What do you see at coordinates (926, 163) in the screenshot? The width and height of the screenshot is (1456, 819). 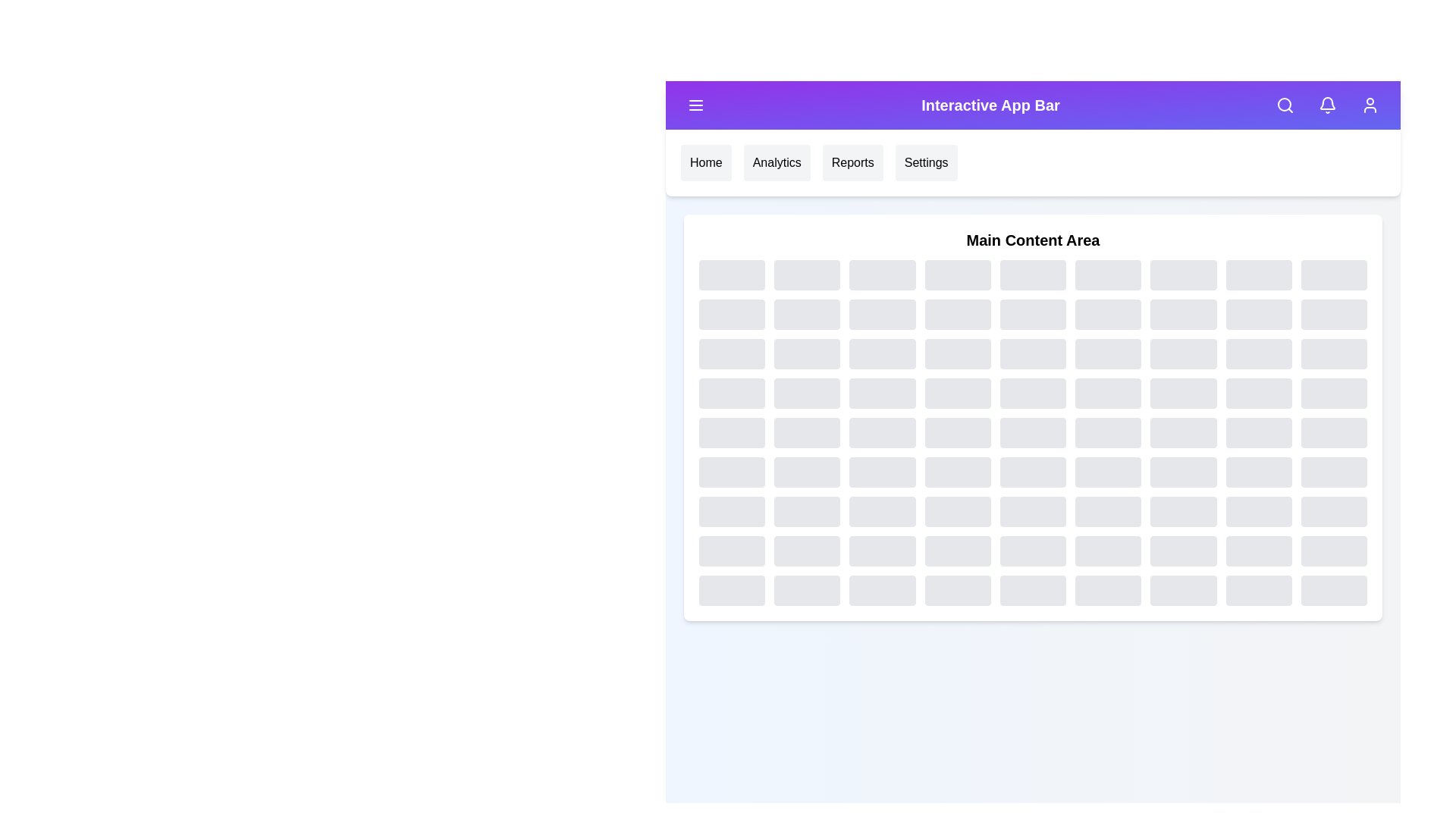 I see `the menu item Settings to navigate to the corresponding section` at bounding box center [926, 163].